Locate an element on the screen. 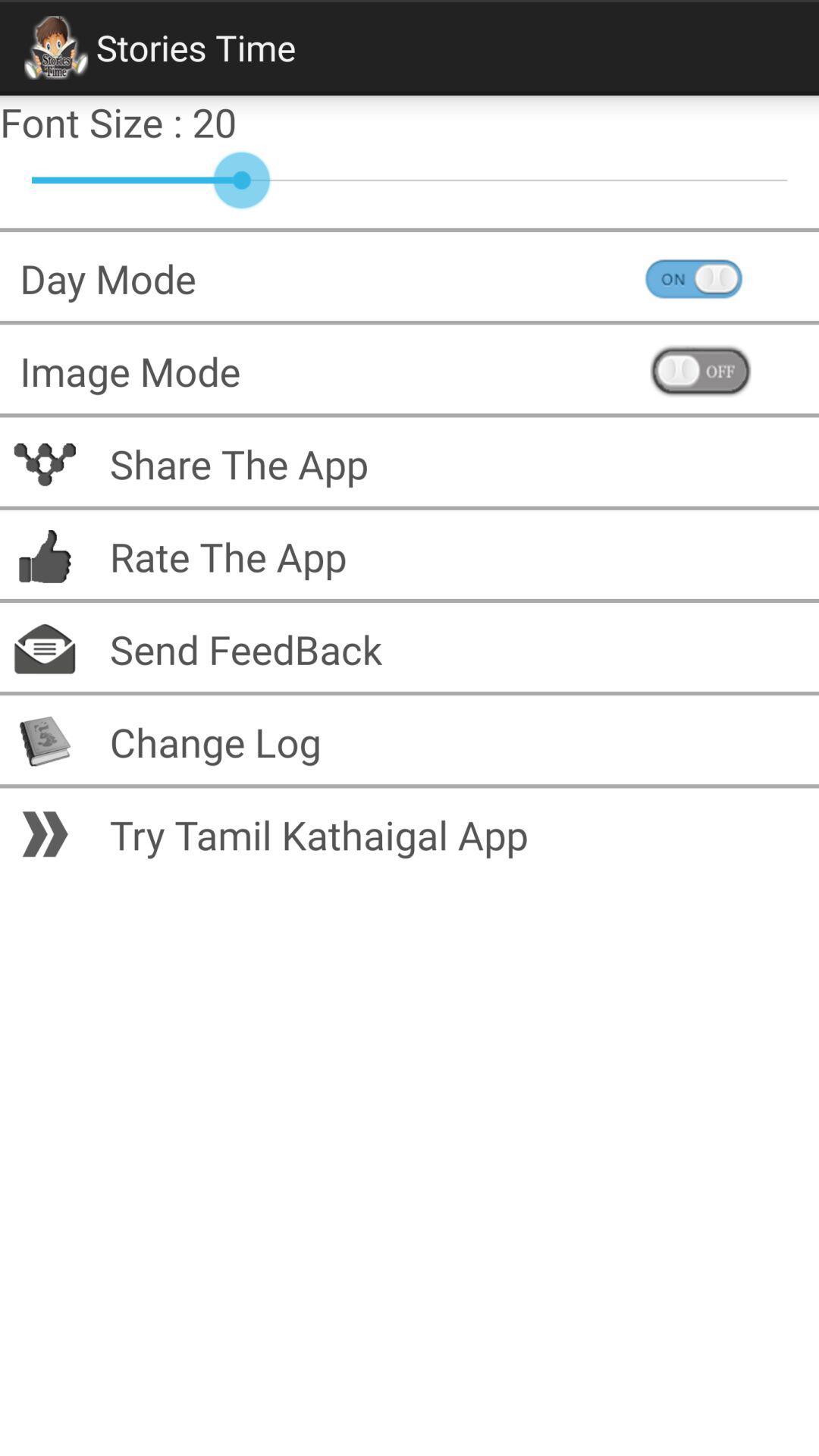  the send feedback is located at coordinates (236, 649).